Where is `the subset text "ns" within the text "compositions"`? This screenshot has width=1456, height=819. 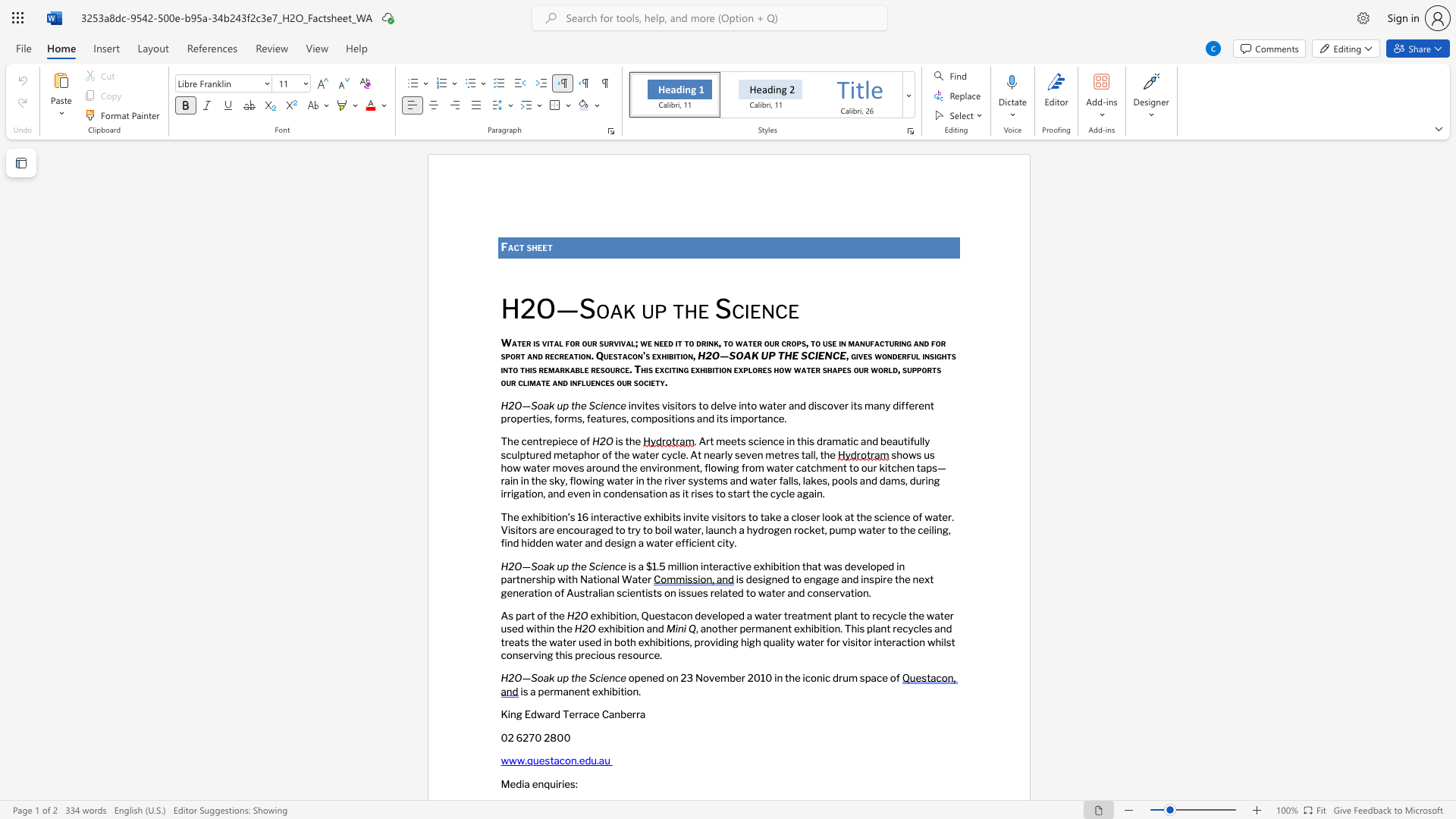
the subset text "ns" within the text "compositions" is located at coordinates (682, 418).